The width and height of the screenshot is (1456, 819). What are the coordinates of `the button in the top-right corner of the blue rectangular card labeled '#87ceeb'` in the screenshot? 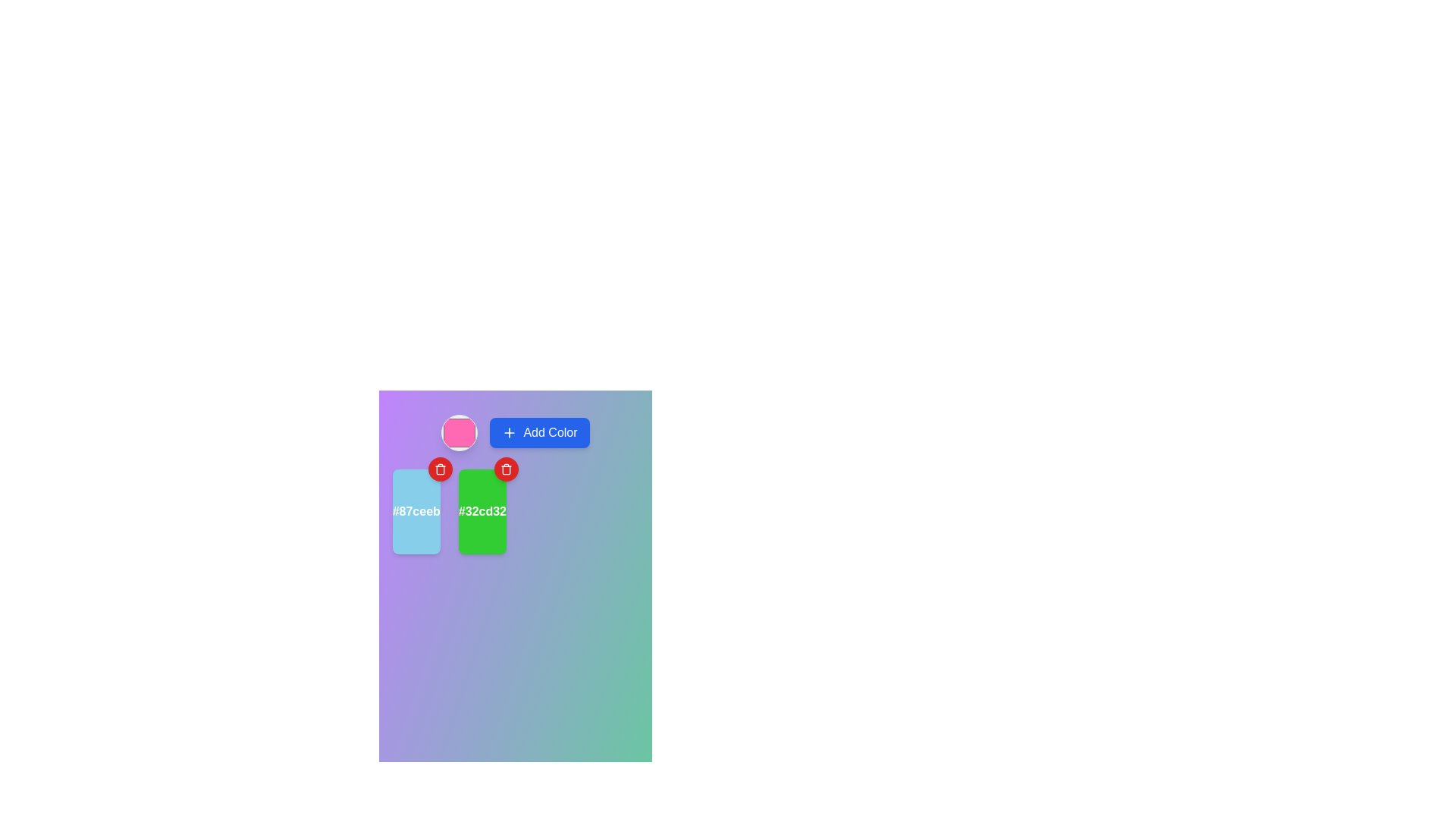 It's located at (439, 468).